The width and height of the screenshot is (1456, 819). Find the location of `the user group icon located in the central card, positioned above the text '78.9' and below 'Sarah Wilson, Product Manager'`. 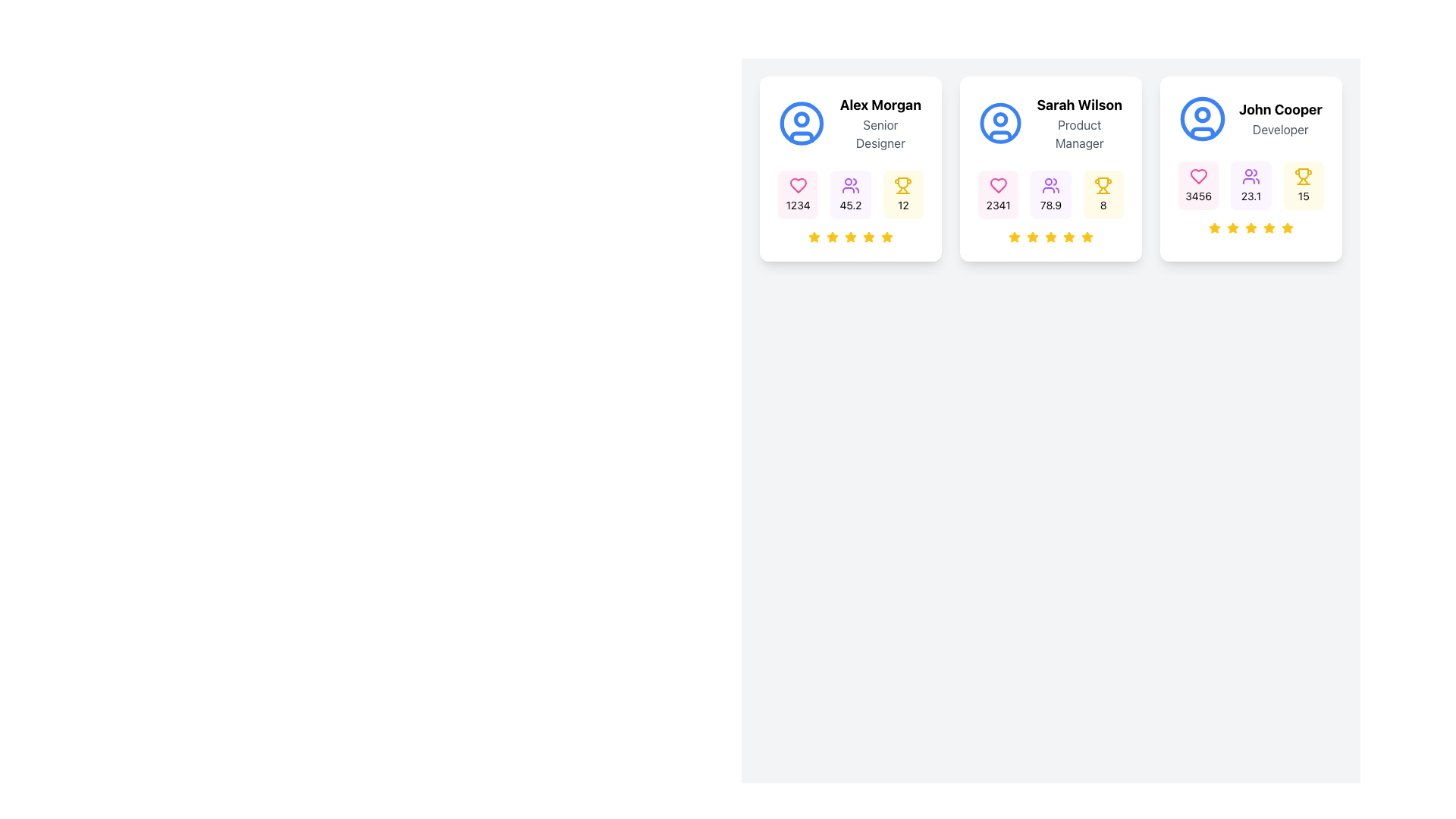

the user group icon located in the central card, positioned above the text '78.9' and below 'Sarah Wilson, Product Manager' is located at coordinates (1050, 185).